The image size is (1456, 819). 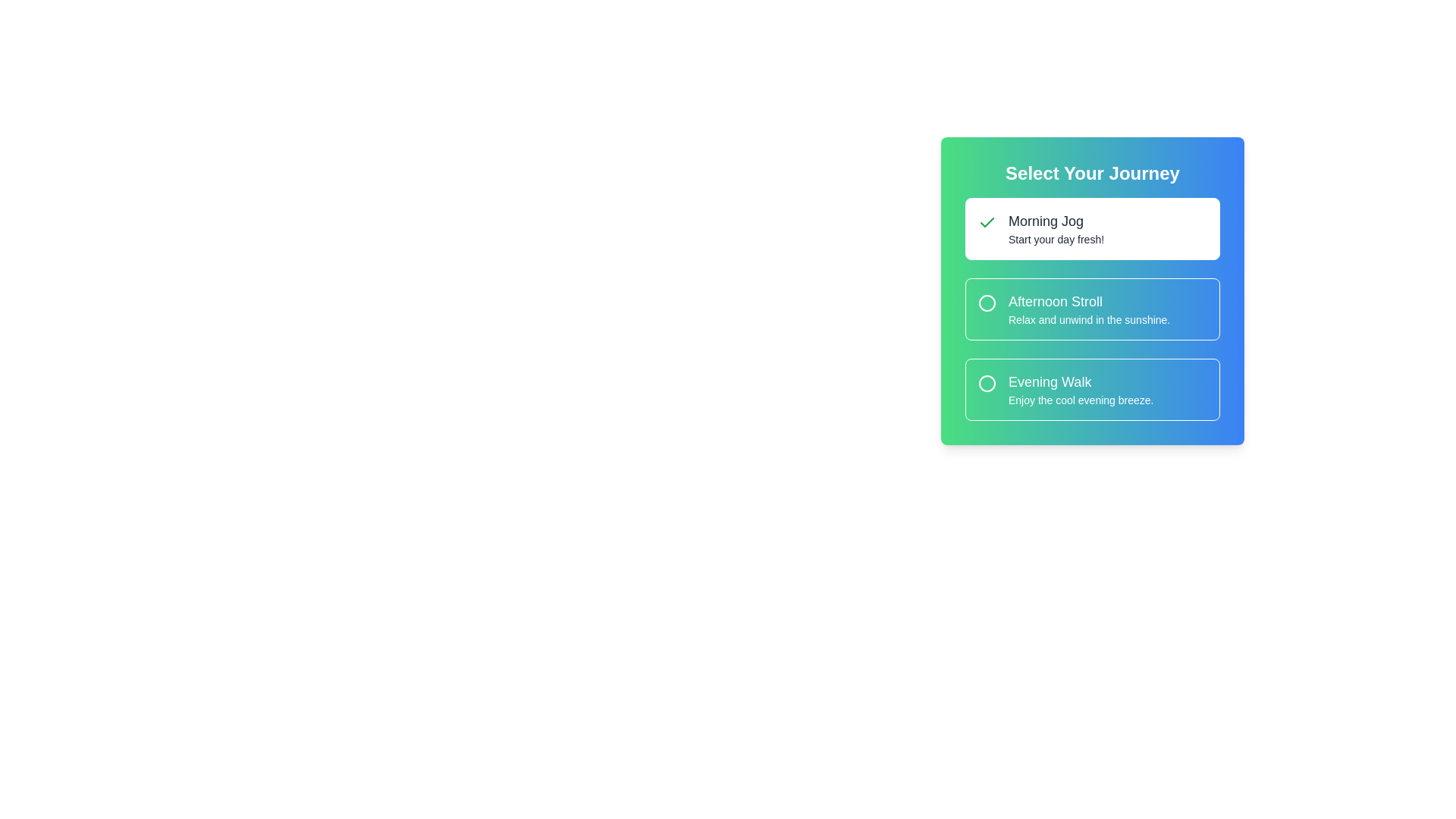 I want to click on the text label that says 'Enjoy the cool evening breeze.' which is located below 'Evening Walk' in the third option of a list with a gradient blue background, so click(x=1080, y=400).